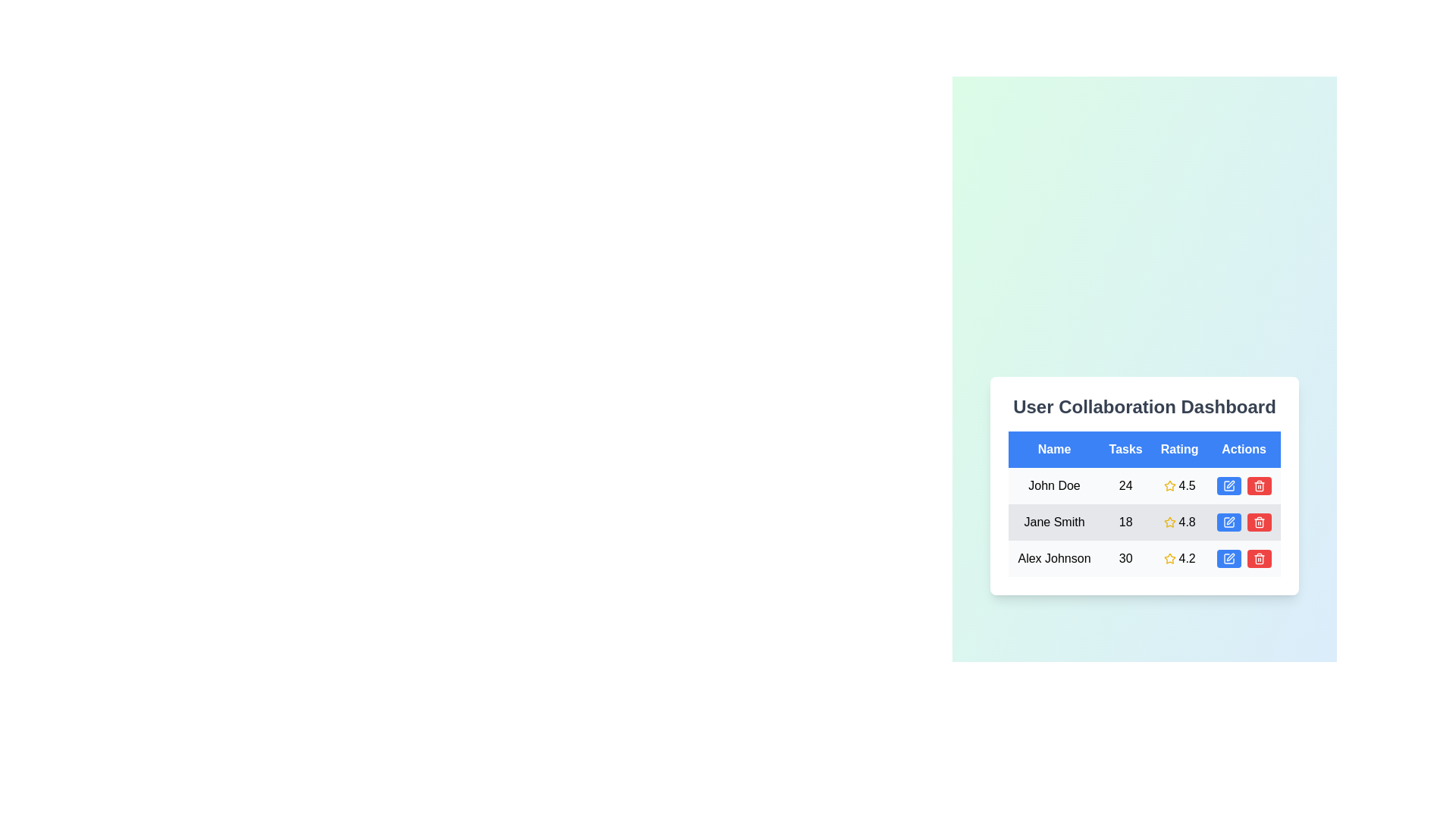 The image size is (1456, 819). I want to click on the trash can icon button with a red background located in the 'Actions' column of the data table row labeled 'Jane Smith', so click(1259, 522).